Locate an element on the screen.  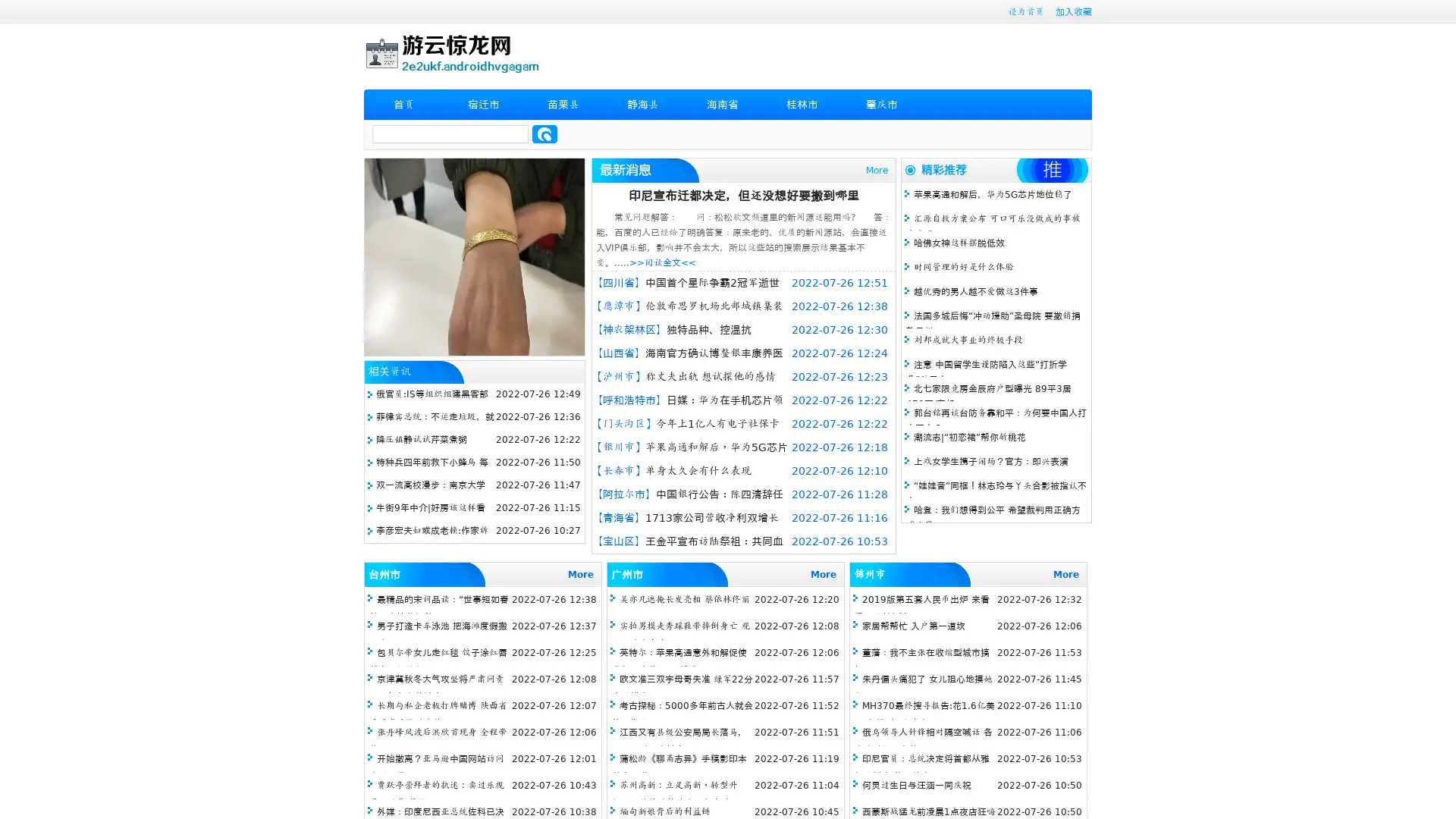
Search is located at coordinates (544, 133).